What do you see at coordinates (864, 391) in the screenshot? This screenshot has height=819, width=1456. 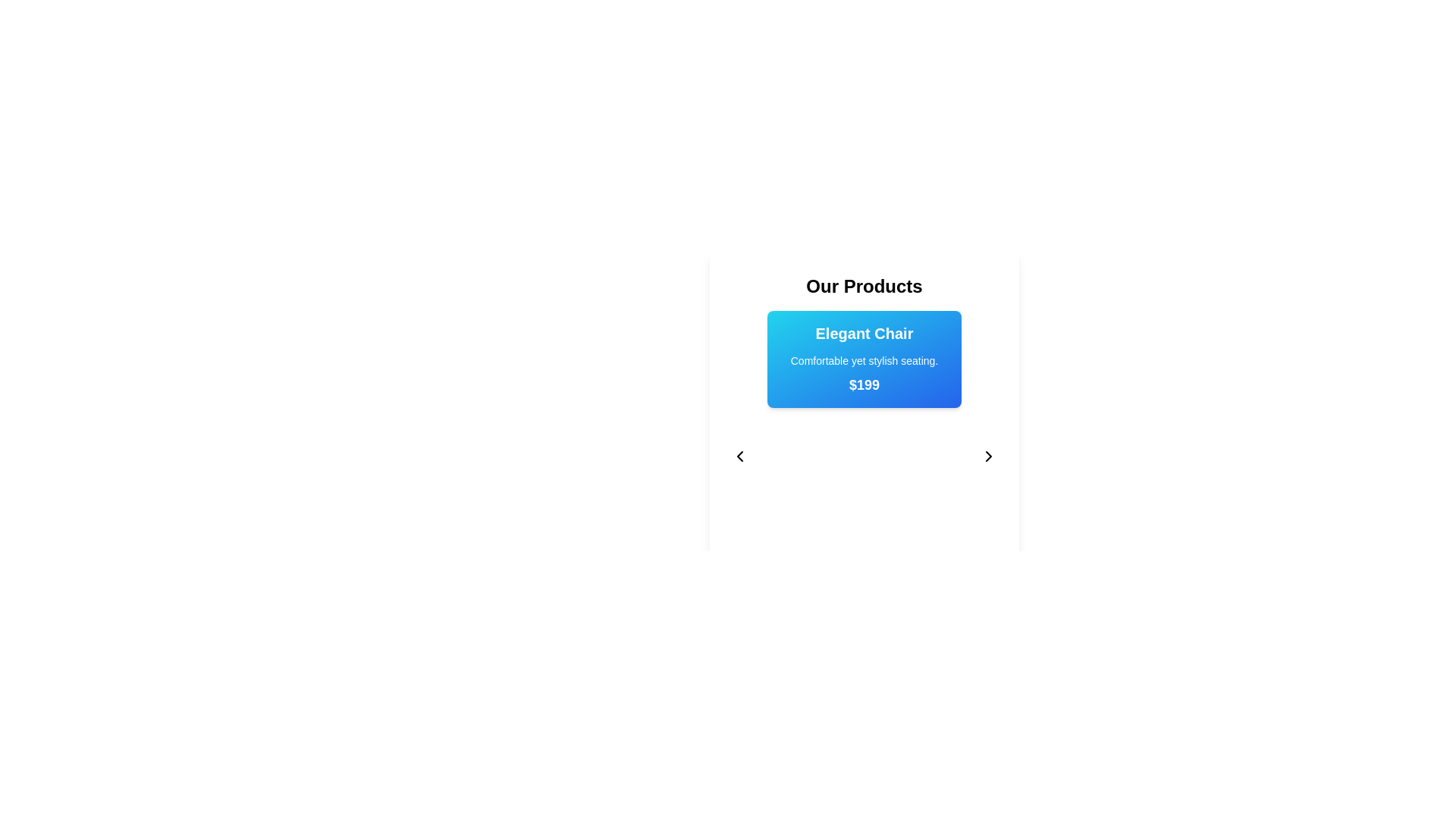 I see `the product card displaying details of 'Elegant Chair' in the carousel, located beneath 'Our Products'` at bounding box center [864, 391].